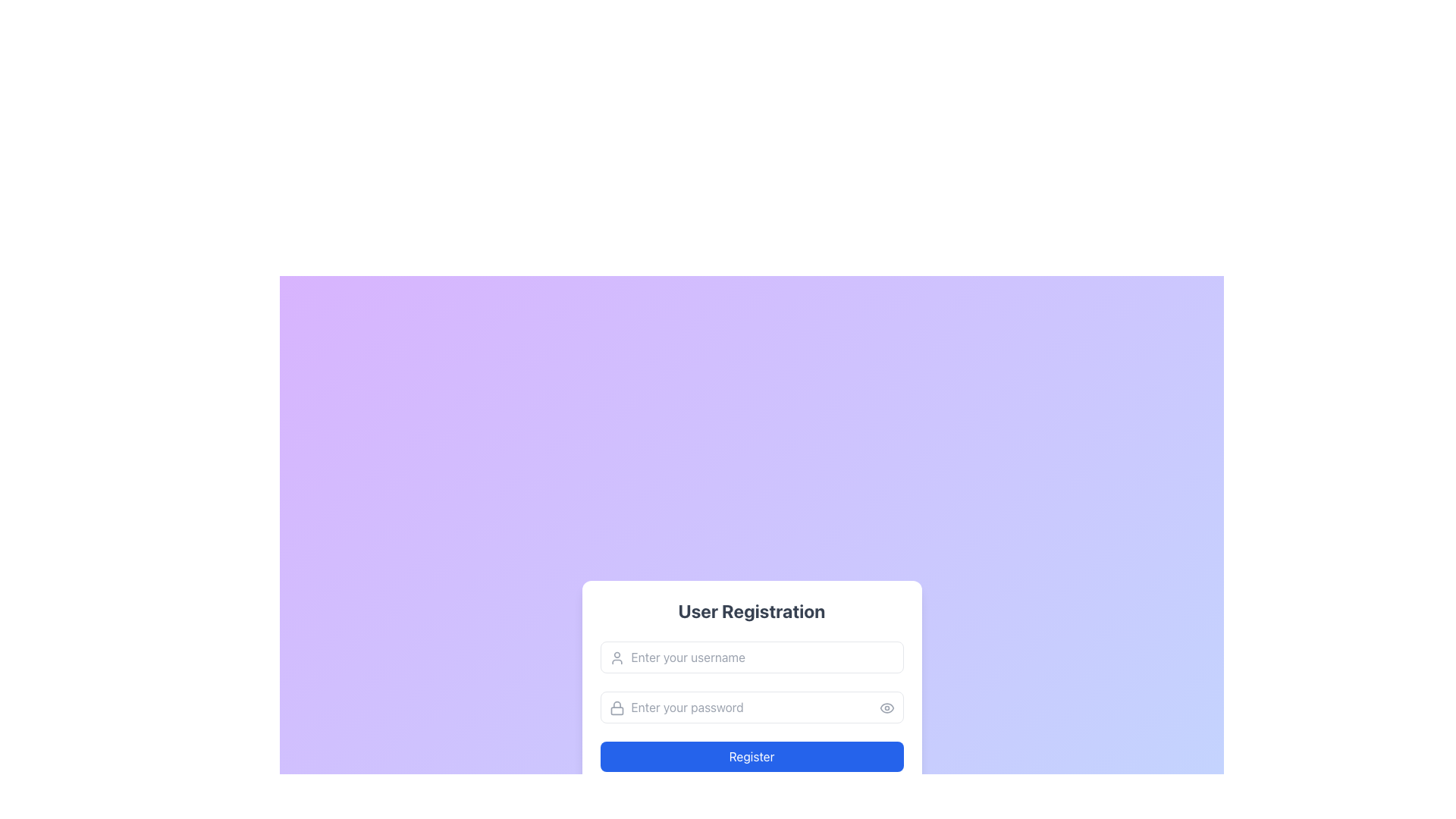  What do you see at coordinates (617, 657) in the screenshot?
I see `the user profile icon, which is a light gray silhouette located at the top-left corner of the 'Enter your username' input field in the user registration form` at bounding box center [617, 657].